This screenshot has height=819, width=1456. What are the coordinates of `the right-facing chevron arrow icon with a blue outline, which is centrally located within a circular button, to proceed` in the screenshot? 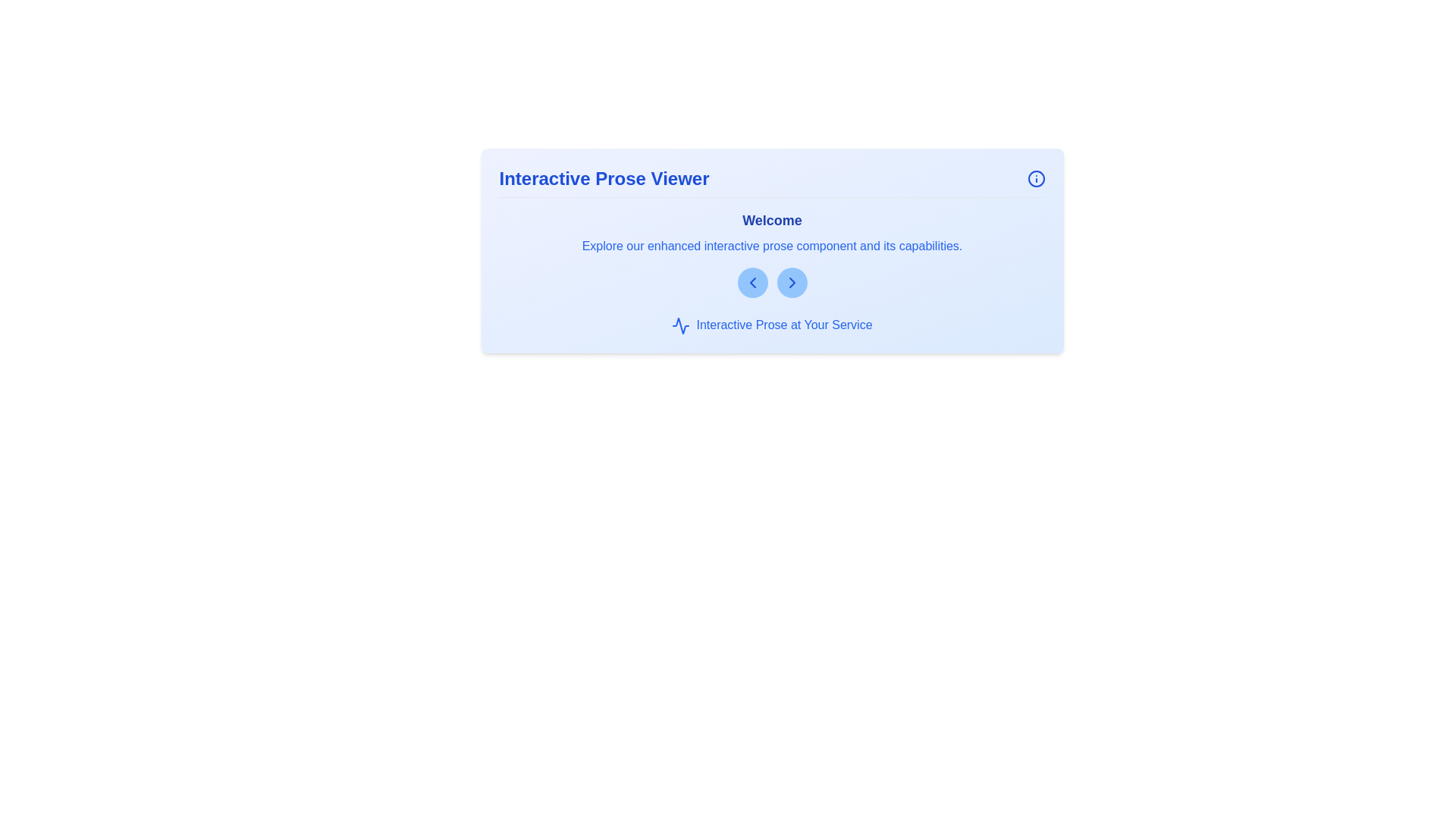 It's located at (791, 283).